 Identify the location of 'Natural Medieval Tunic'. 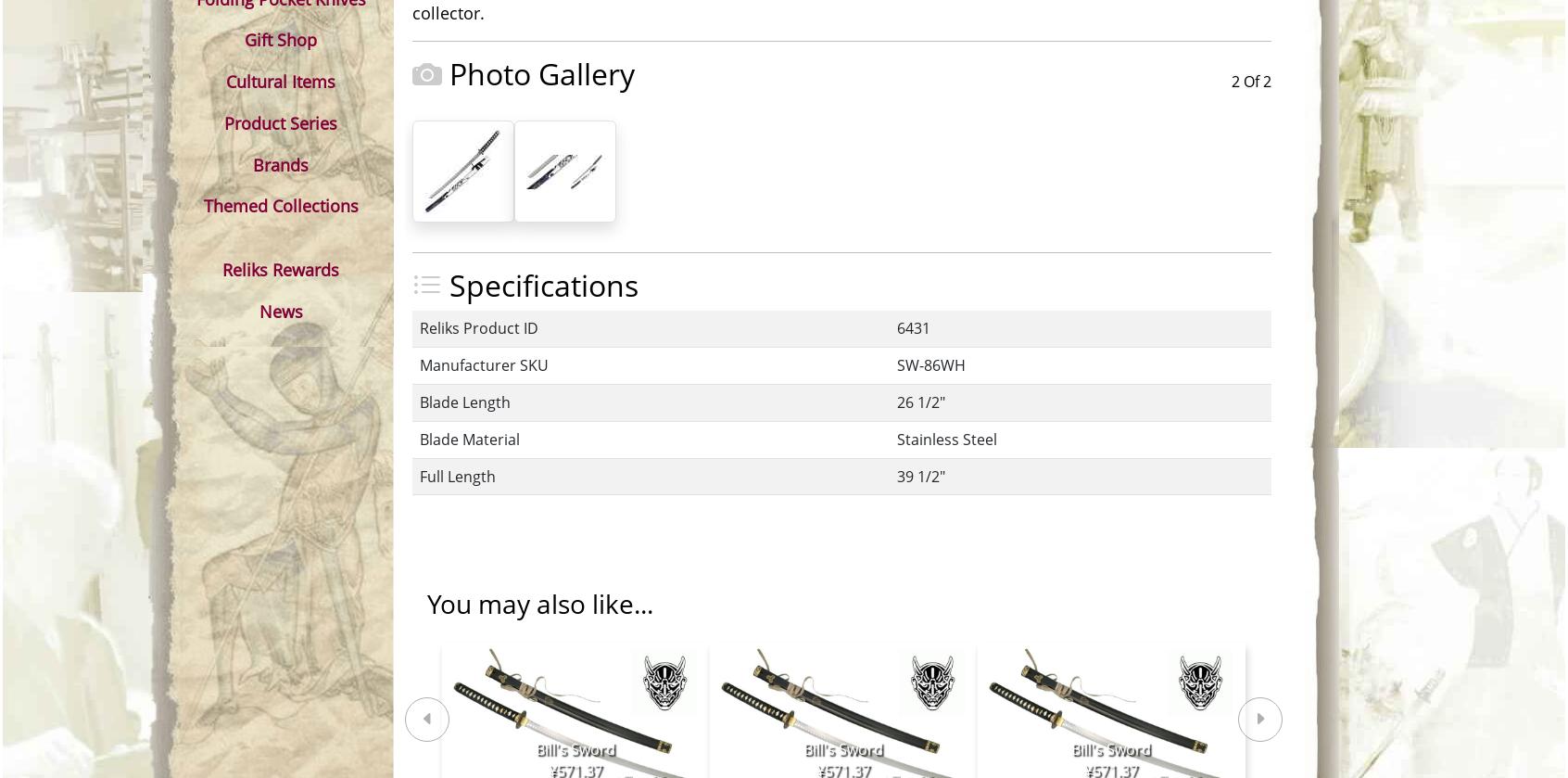
(719, 610).